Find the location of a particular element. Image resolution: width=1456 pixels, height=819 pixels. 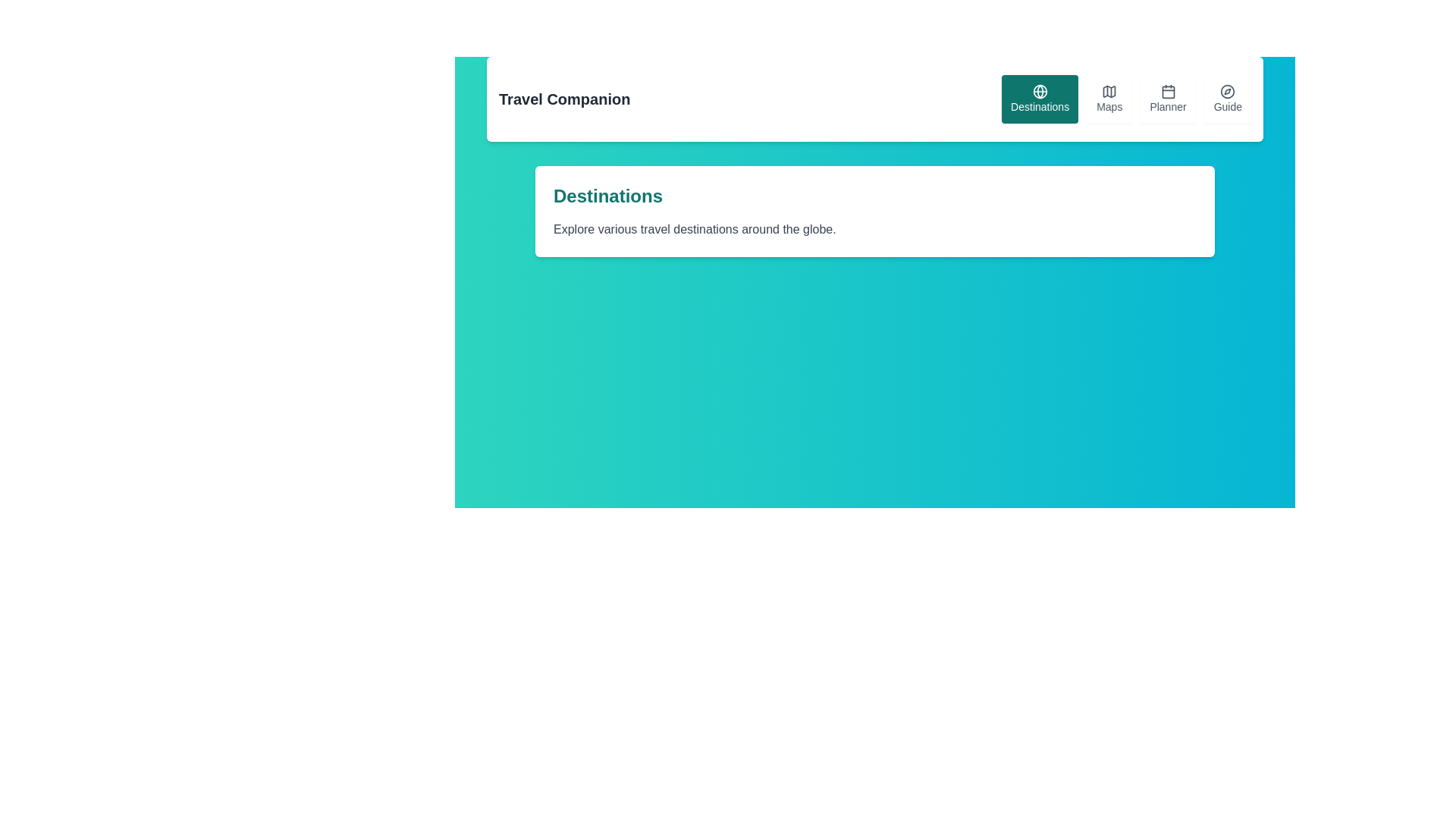

the 'Maps' button, which is the second button in a horizontal list of four buttons located in the top-right corner of the interface is located at coordinates (1109, 99).